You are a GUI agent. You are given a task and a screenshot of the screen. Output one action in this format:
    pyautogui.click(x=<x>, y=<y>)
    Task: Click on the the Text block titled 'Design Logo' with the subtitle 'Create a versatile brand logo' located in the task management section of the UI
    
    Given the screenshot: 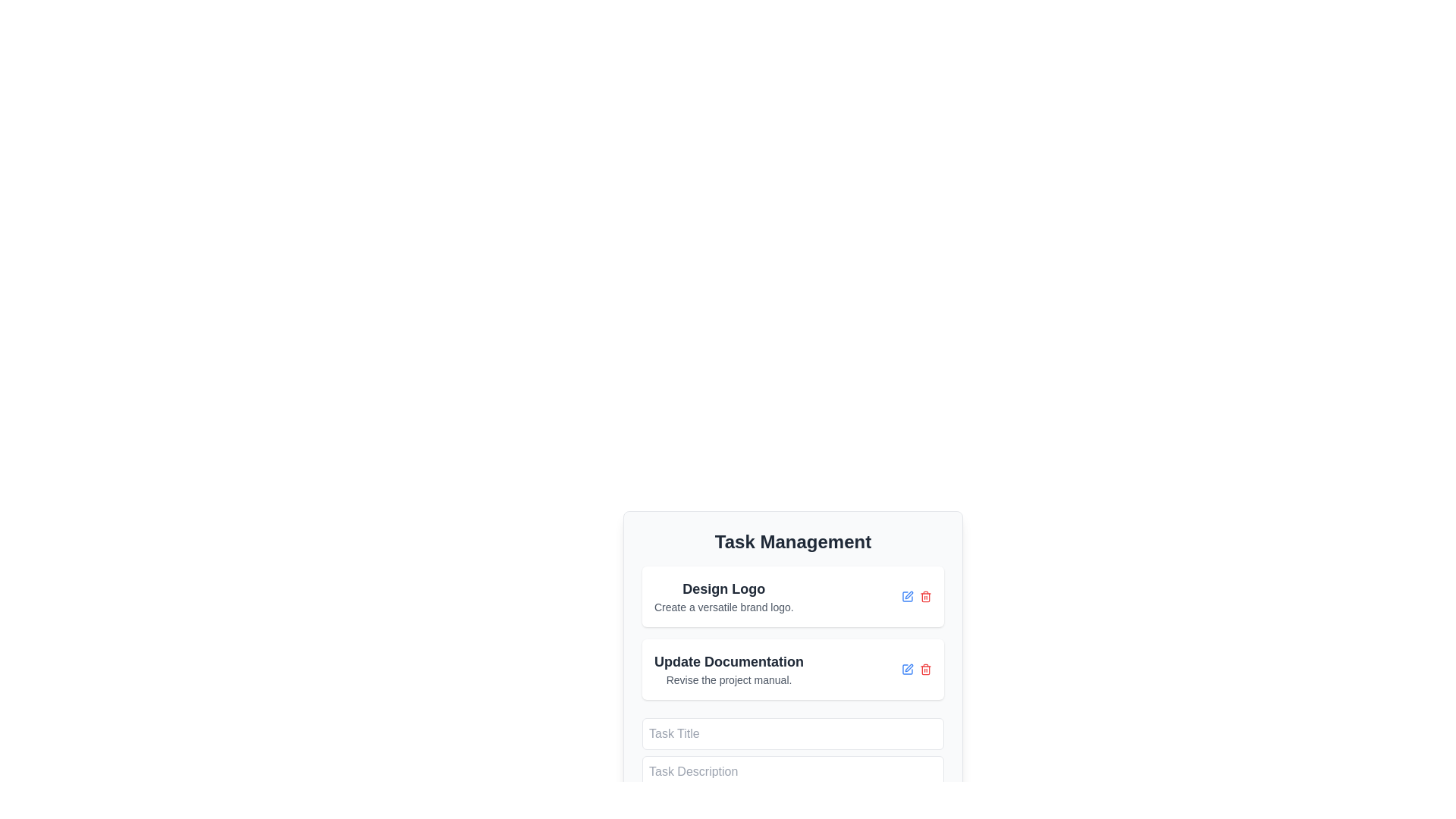 What is the action you would take?
    pyautogui.click(x=723, y=595)
    